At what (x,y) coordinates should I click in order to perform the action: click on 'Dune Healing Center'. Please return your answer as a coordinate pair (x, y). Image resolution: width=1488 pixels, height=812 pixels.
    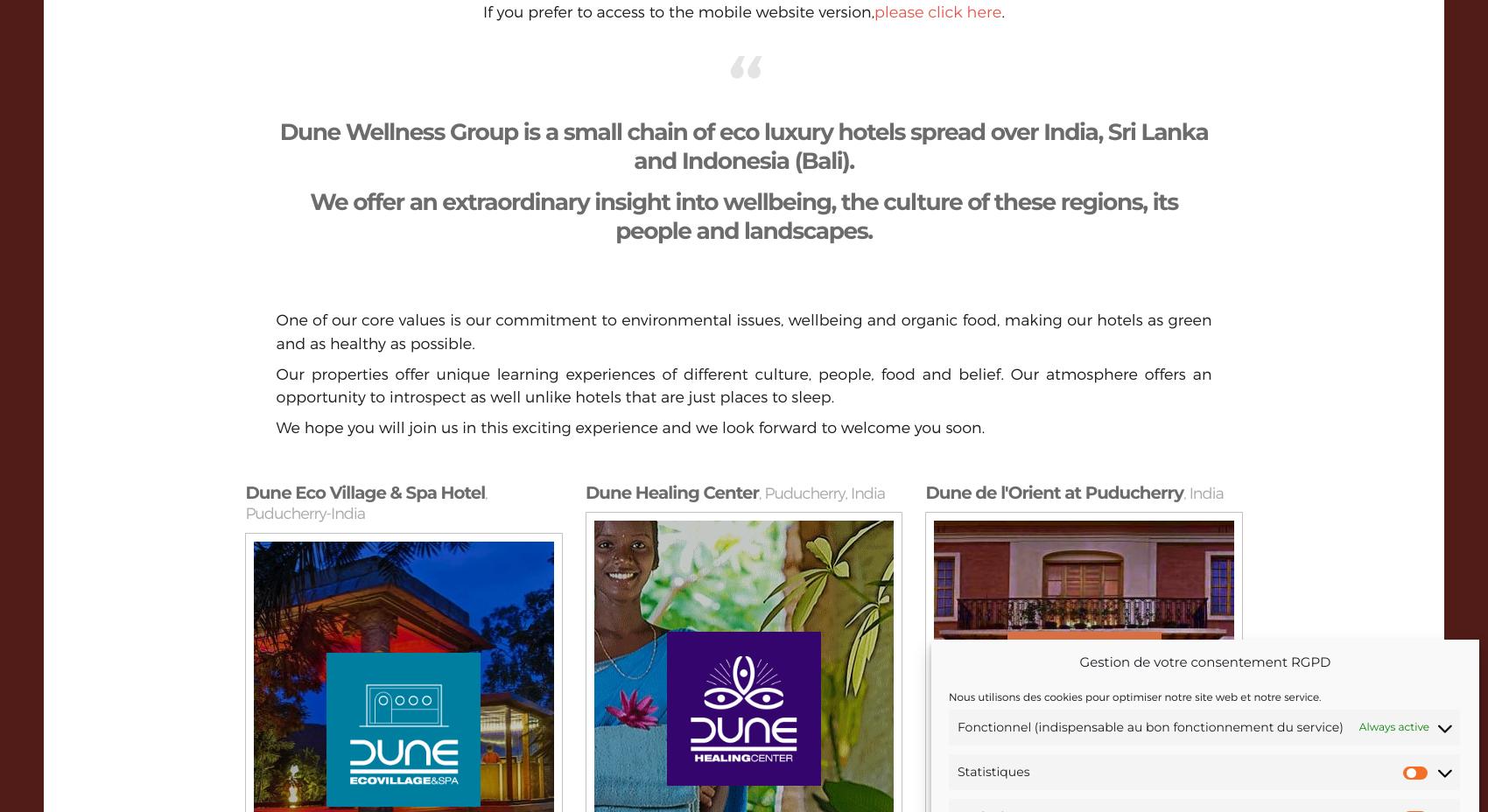
    Looking at the image, I should click on (670, 492).